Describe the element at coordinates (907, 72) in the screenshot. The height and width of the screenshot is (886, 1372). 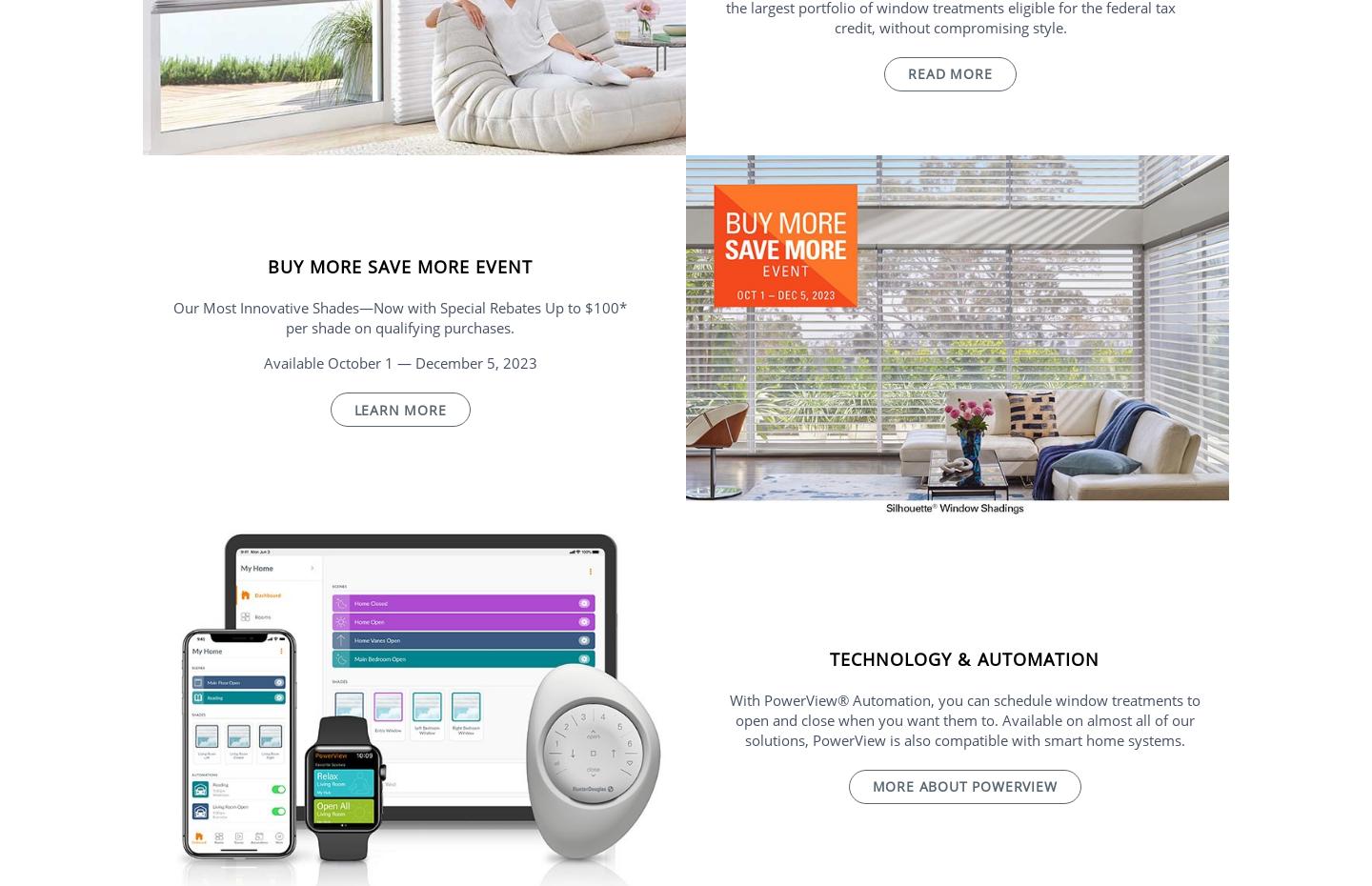
I see `'Read More'` at that location.